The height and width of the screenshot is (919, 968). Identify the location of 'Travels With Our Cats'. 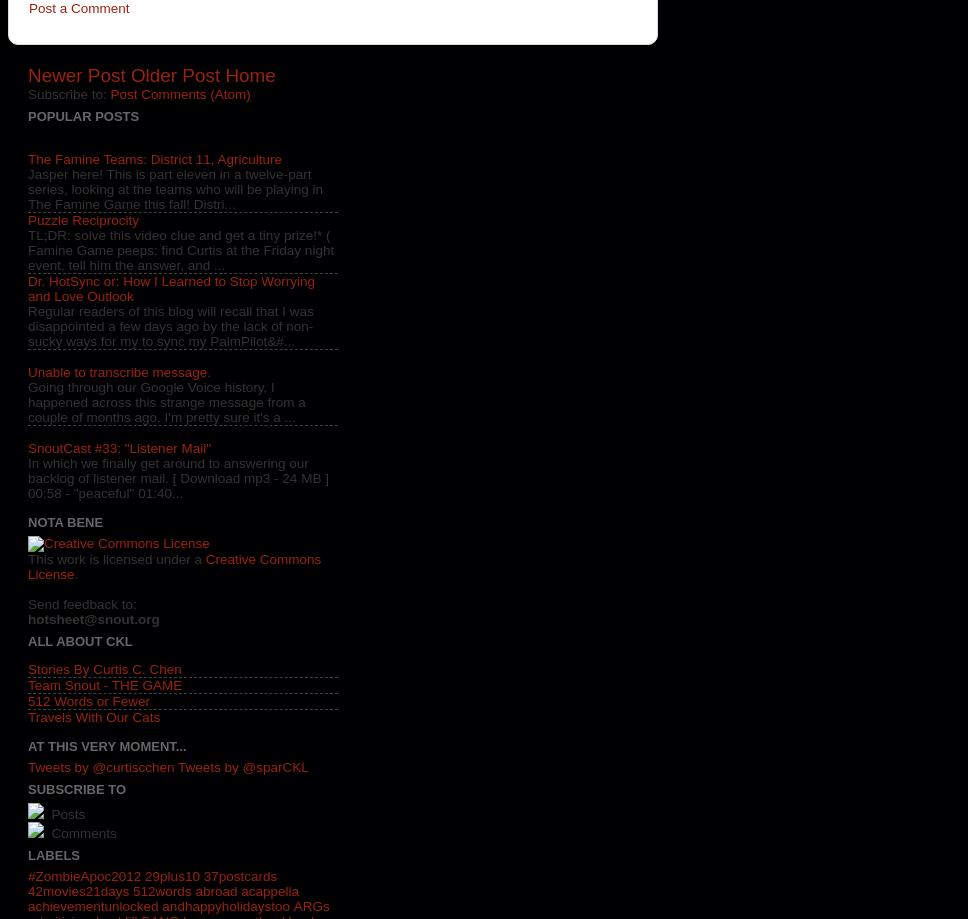
(93, 716).